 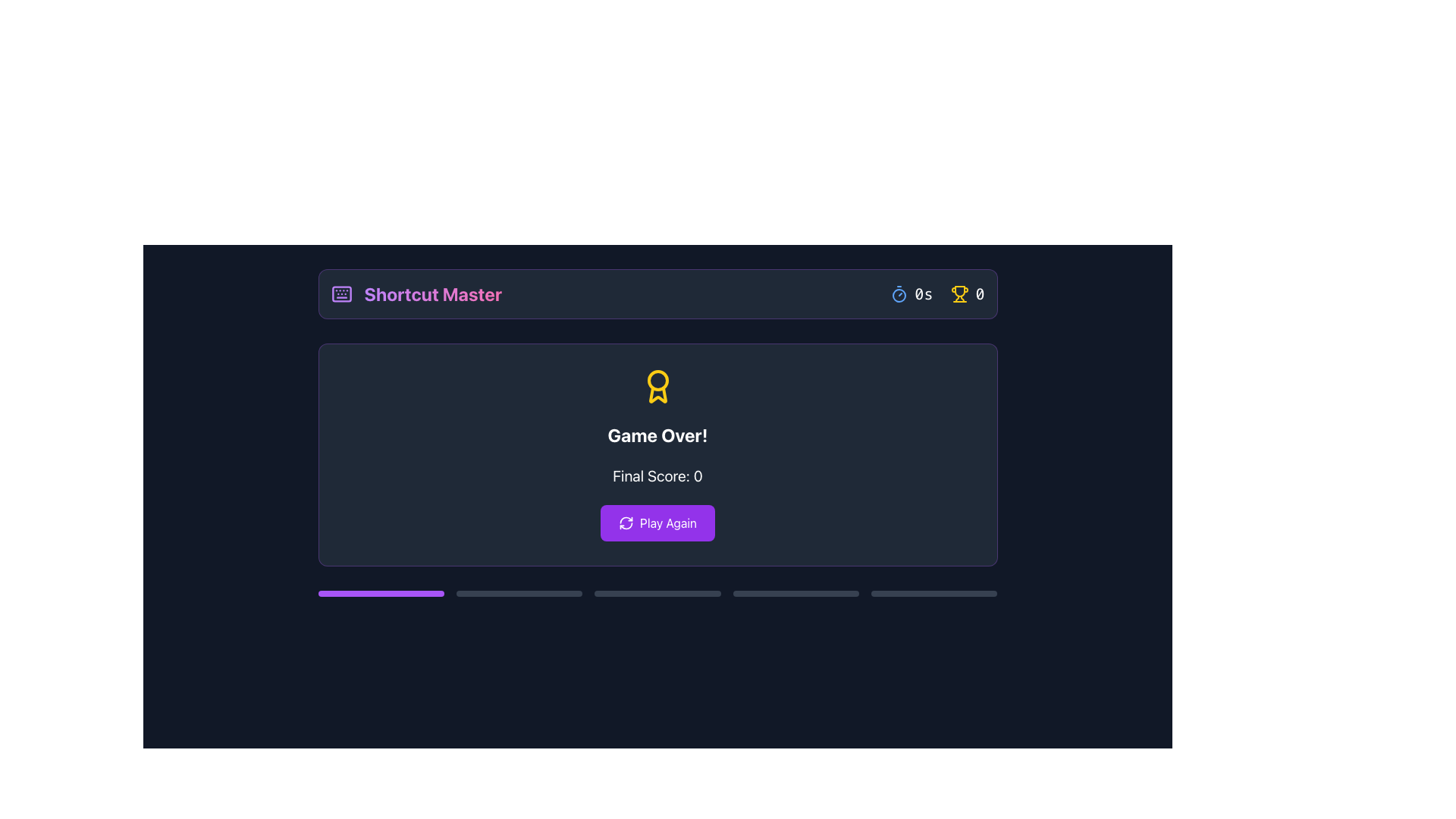 I want to click on the 'Play Again' button located below the 'Final Score: 0' text for keyboard interaction, so click(x=657, y=522).